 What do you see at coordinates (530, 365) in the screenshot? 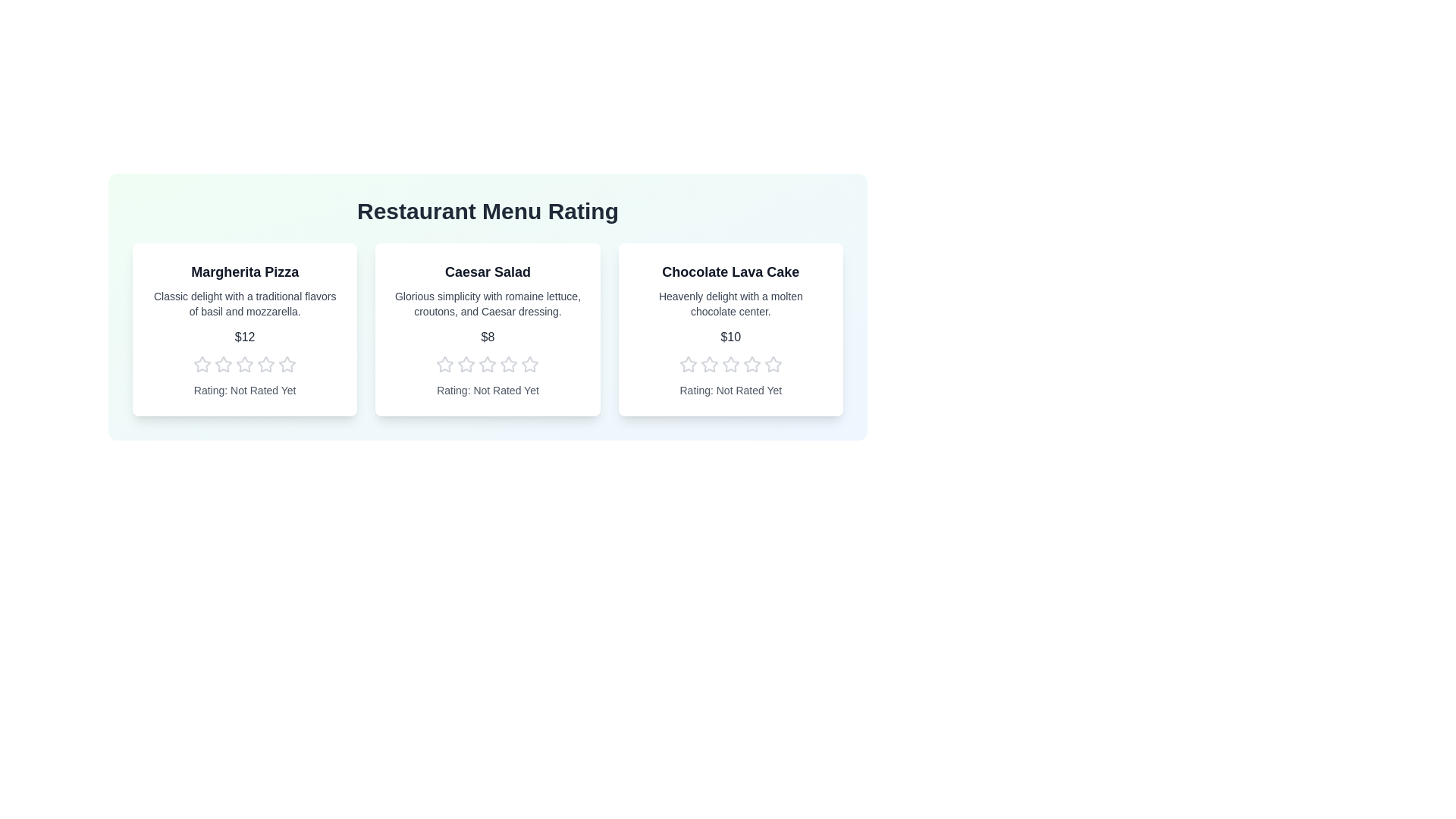
I see `the star corresponding to the desired rating 5 for the menu item Caesar Salad` at bounding box center [530, 365].